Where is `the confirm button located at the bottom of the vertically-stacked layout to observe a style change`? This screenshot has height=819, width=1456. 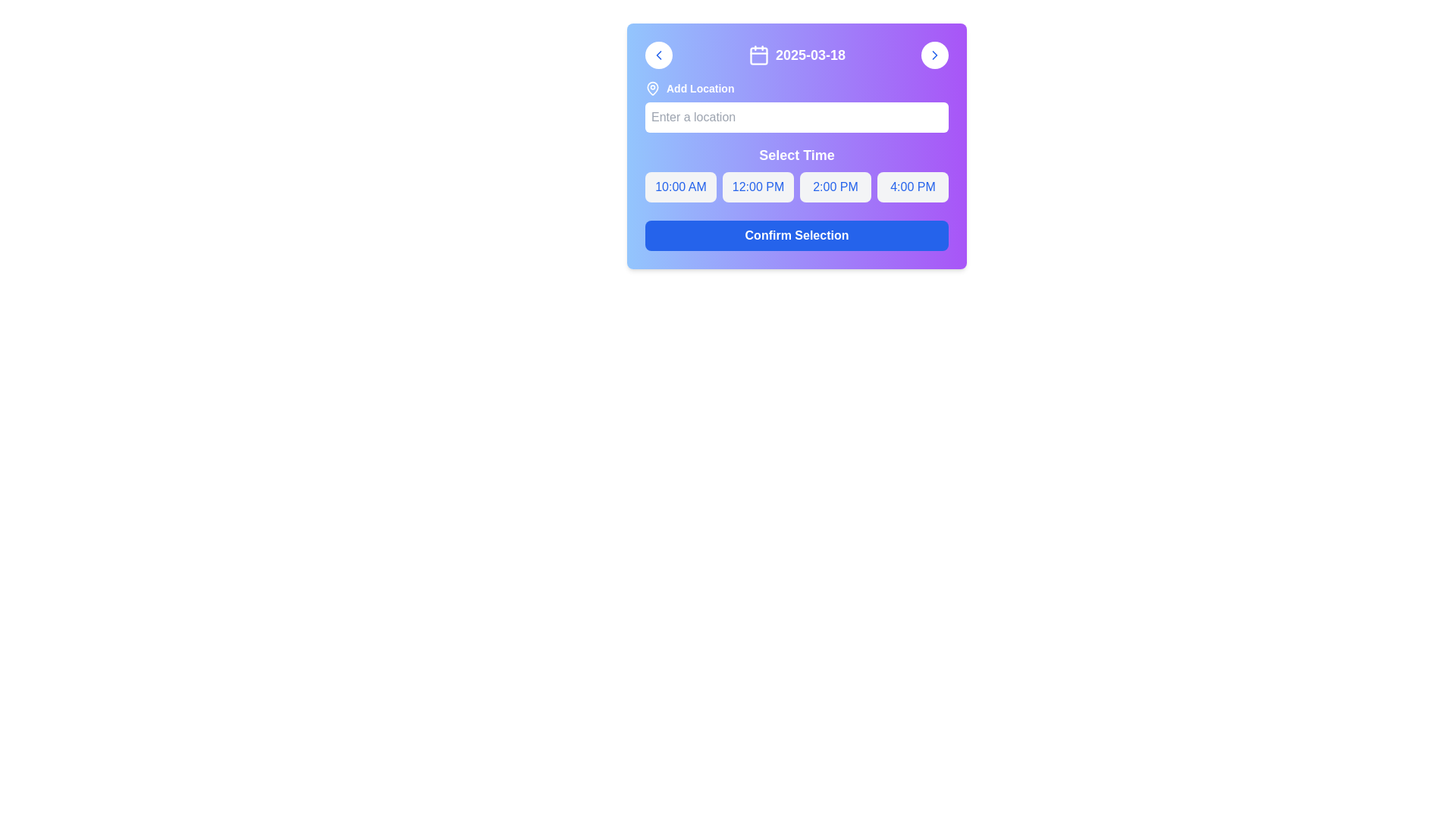
the confirm button located at the bottom of the vertically-stacked layout to observe a style change is located at coordinates (796, 236).